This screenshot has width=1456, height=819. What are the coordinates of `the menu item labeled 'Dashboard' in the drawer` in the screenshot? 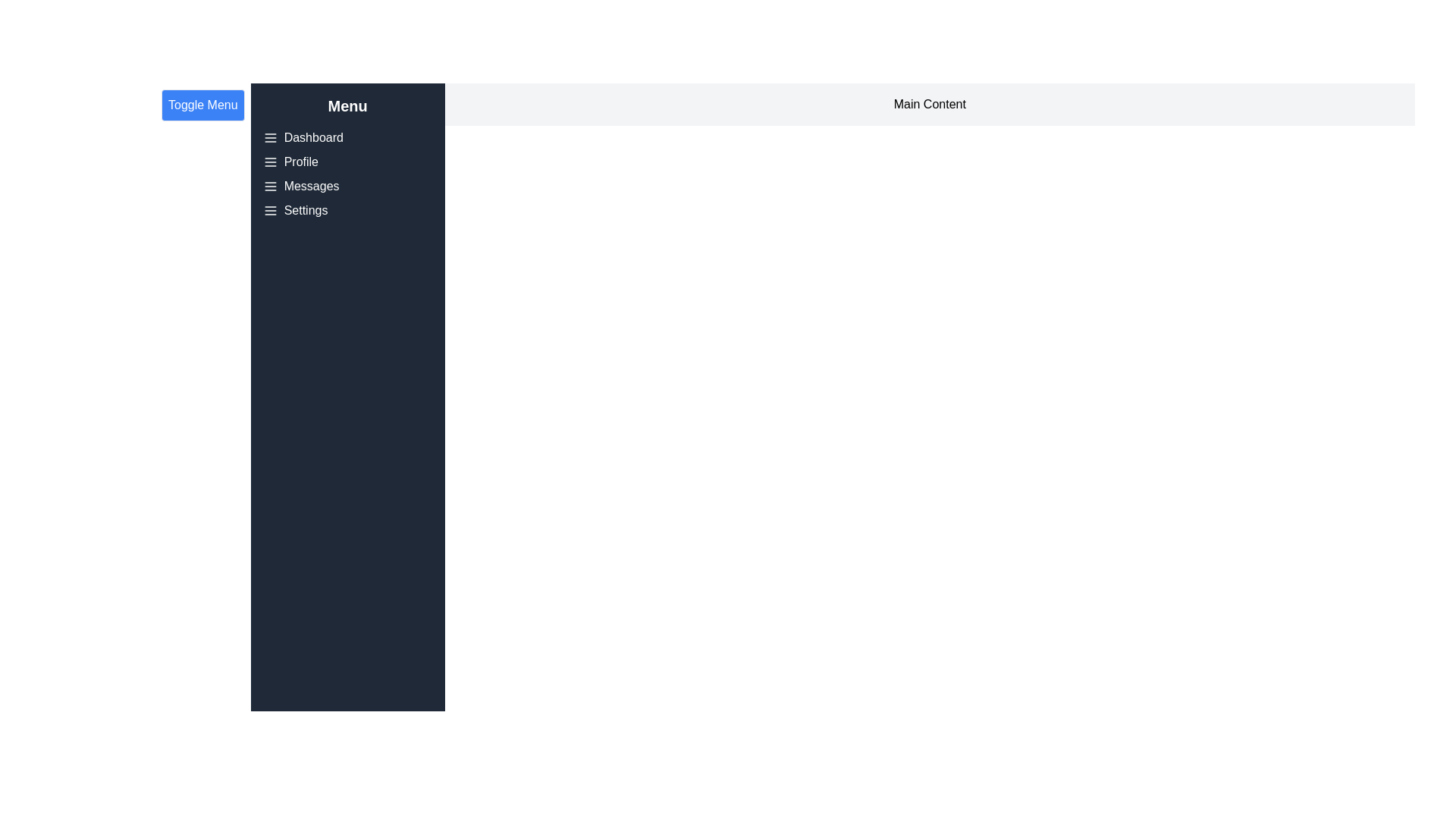 It's located at (312, 137).